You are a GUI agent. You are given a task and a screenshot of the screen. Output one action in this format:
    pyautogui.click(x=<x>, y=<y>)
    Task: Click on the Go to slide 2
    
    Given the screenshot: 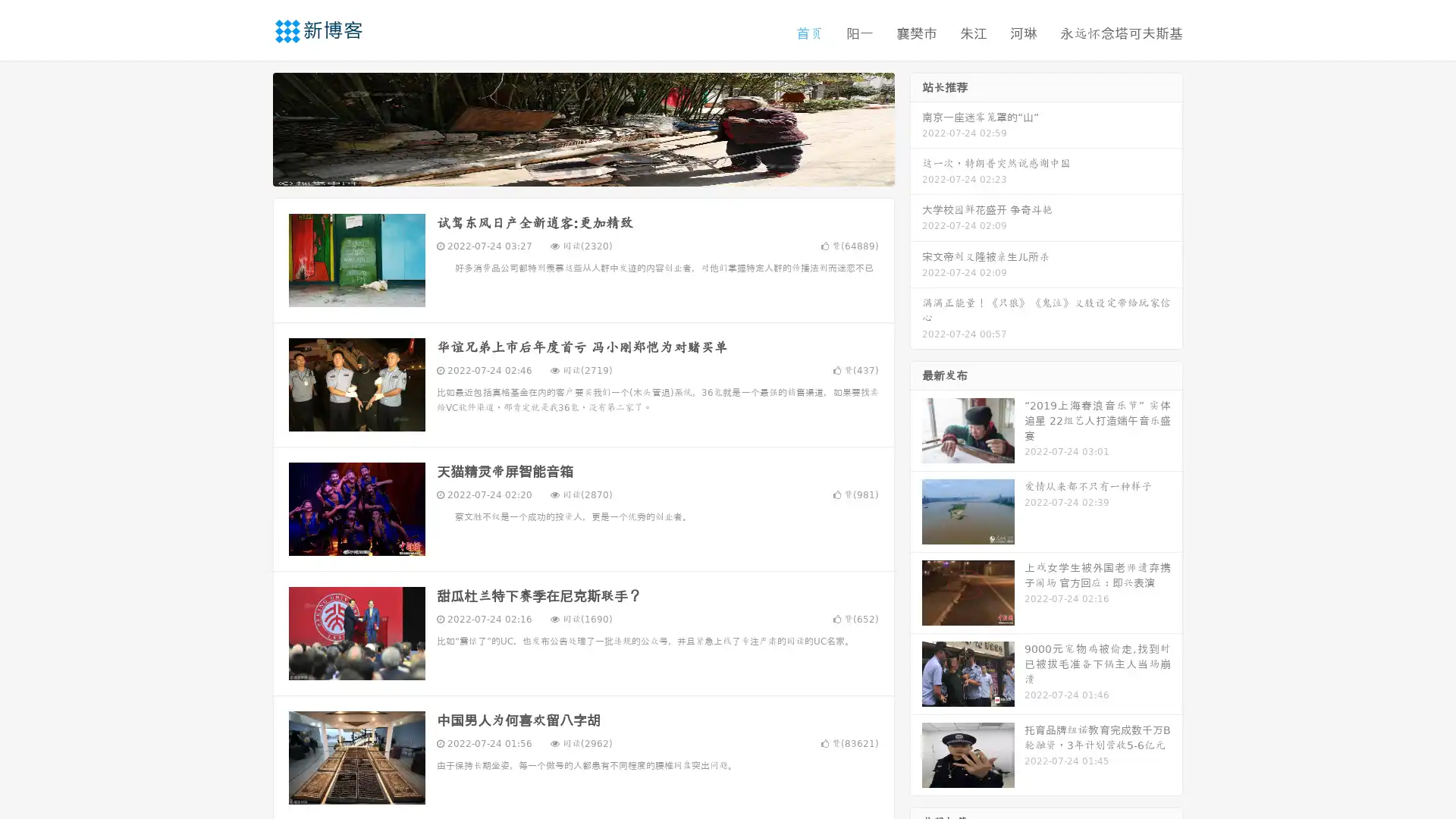 What is the action you would take?
    pyautogui.click(x=582, y=171)
    